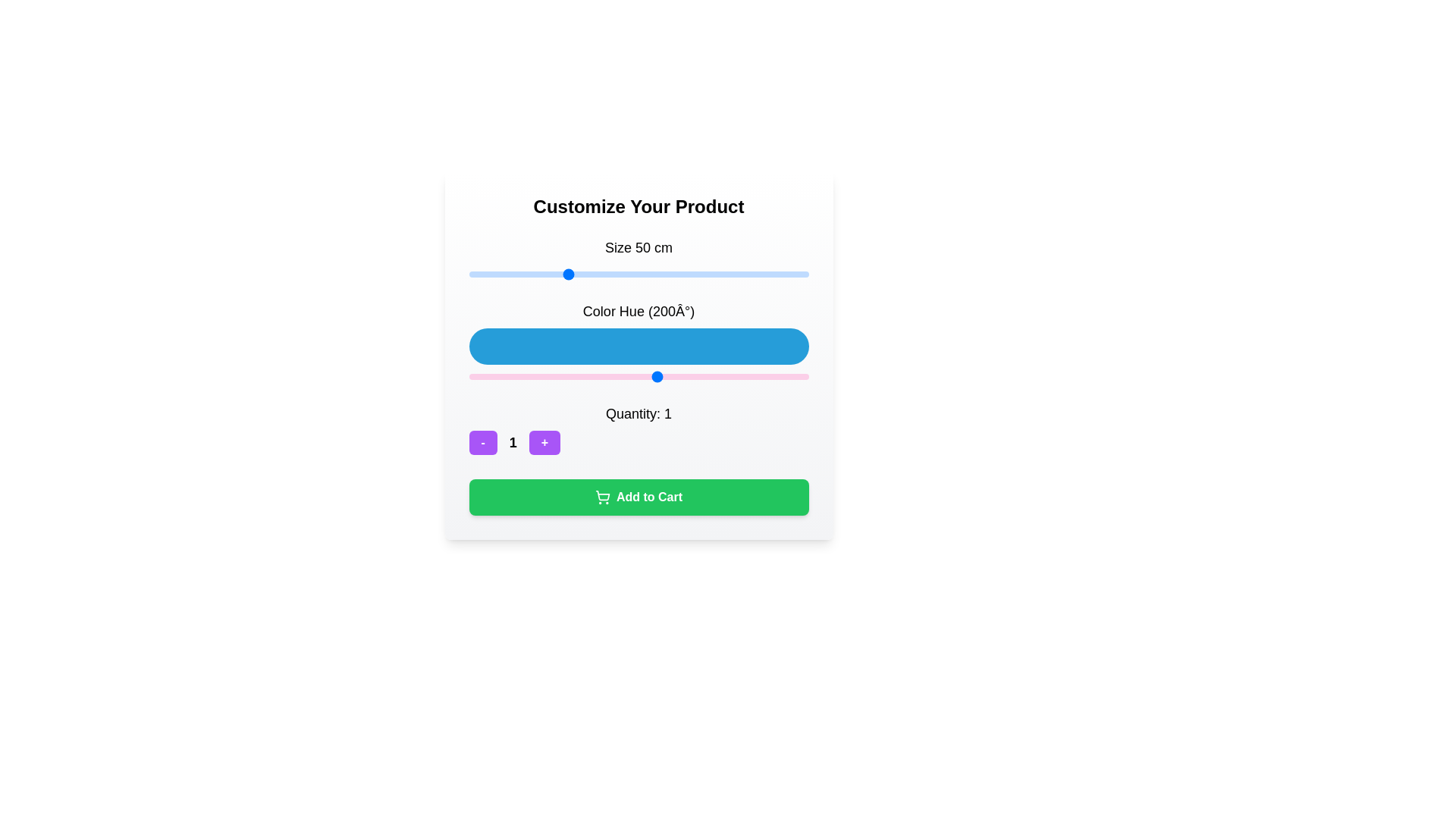 The image size is (1456, 819). What do you see at coordinates (666, 376) in the screenshot?
I see `the color hue` at bounding box center [666, 376].